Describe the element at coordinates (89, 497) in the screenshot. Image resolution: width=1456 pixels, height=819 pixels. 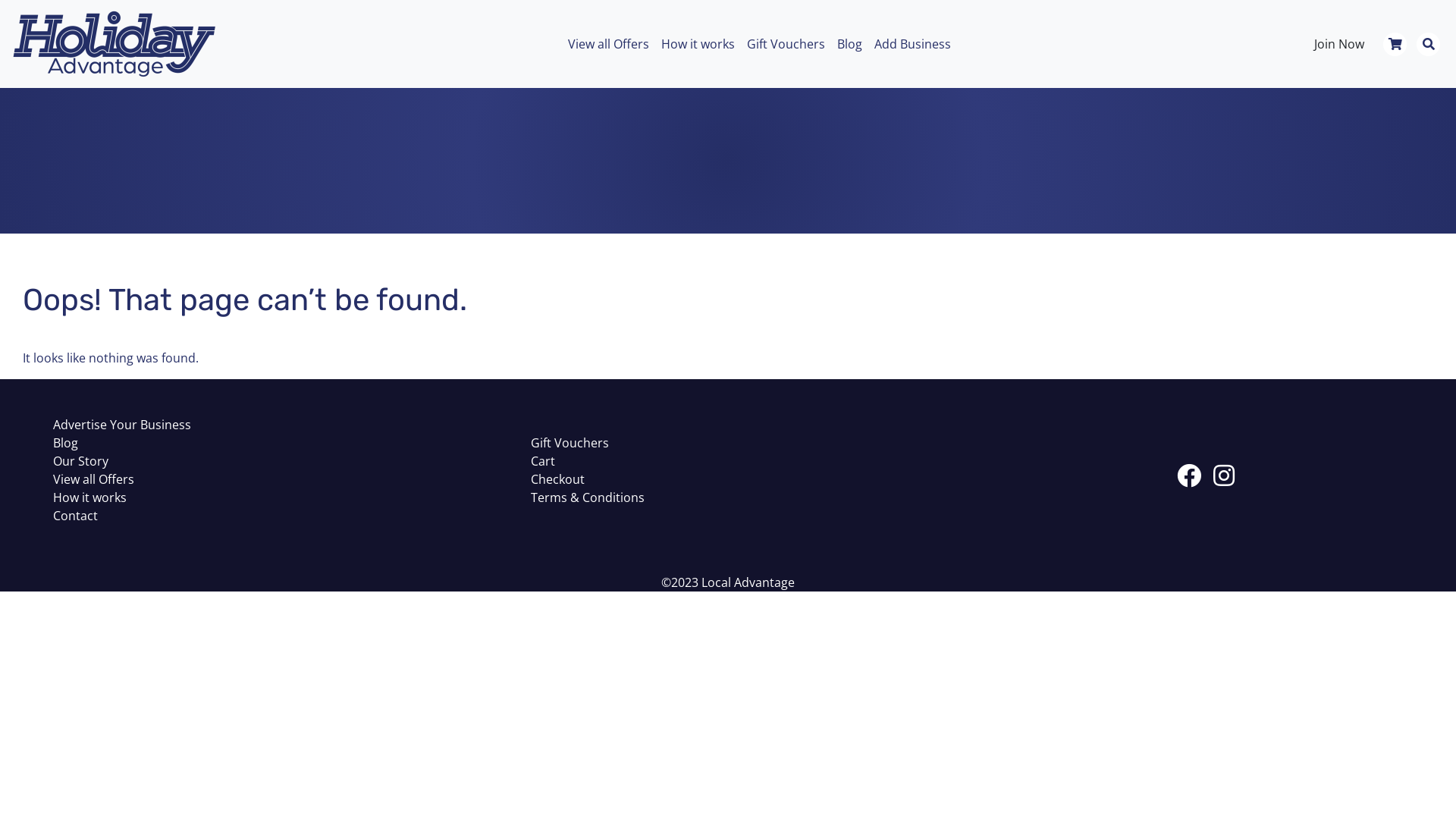
I see `'How it works'` at that location.